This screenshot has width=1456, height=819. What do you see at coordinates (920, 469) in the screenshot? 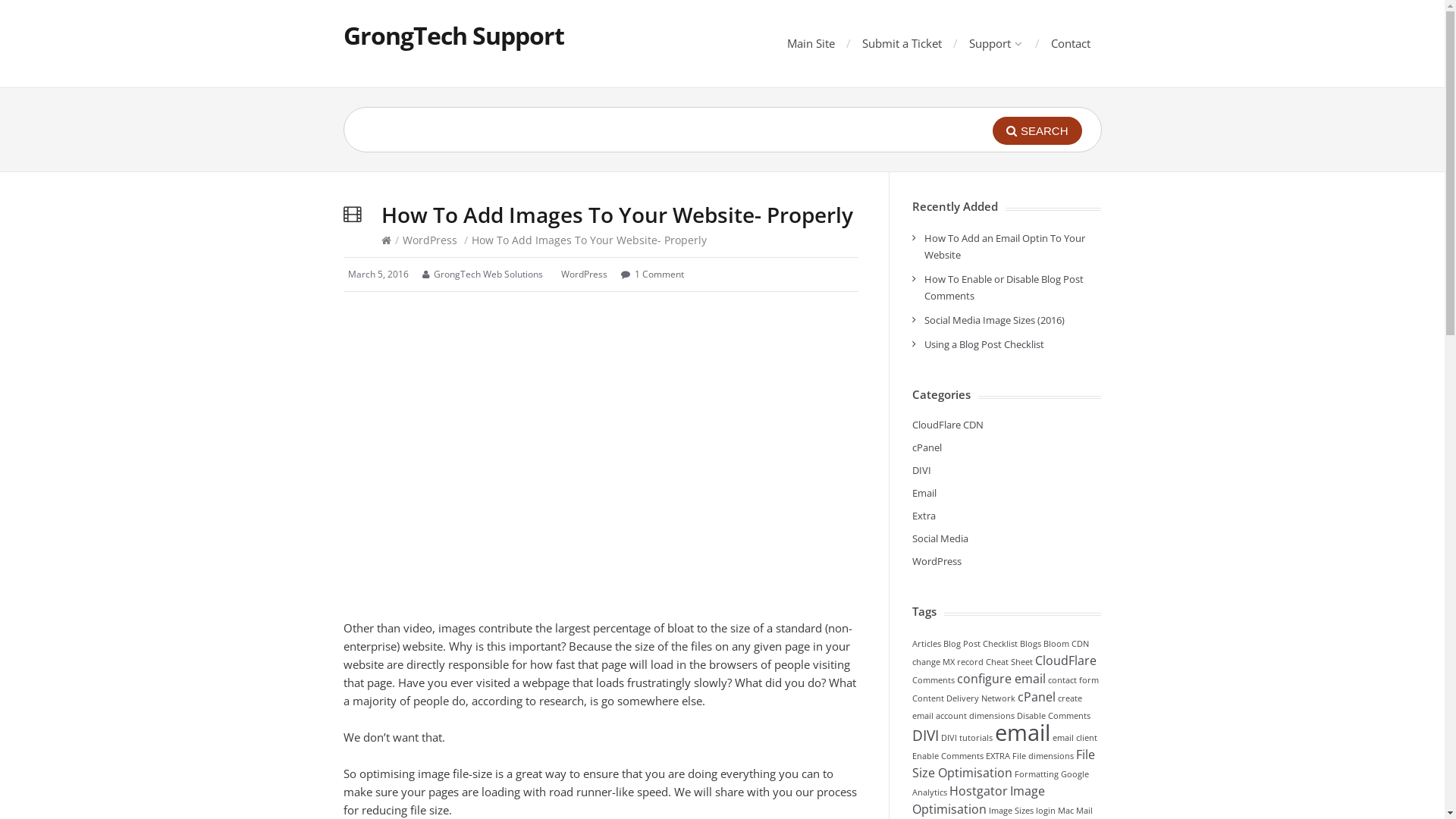
I see `'DIVI'` at bounding box center [920, 469].